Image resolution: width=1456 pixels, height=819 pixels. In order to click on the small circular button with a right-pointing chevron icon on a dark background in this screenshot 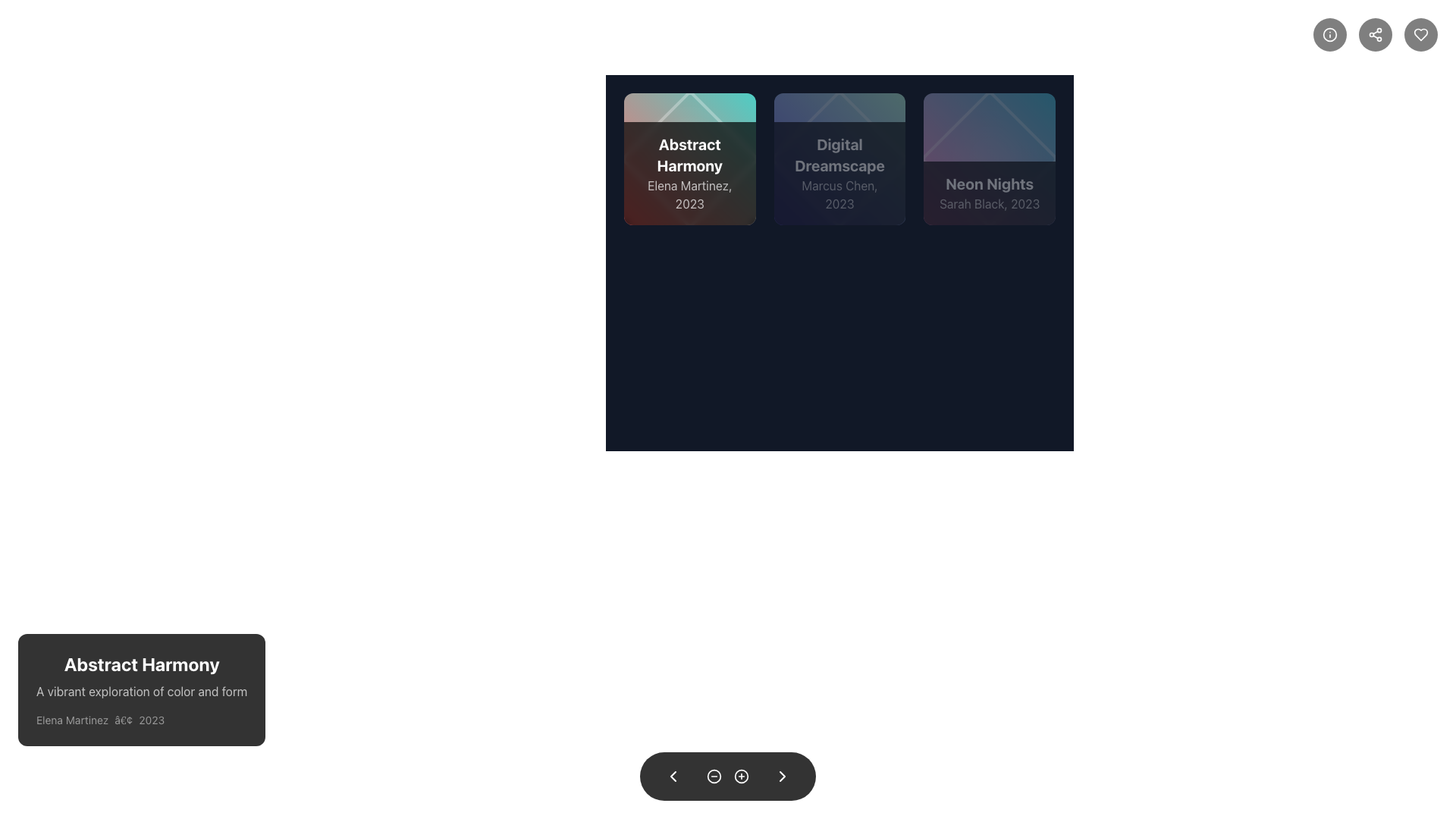, I will do `click(783, 776)`.